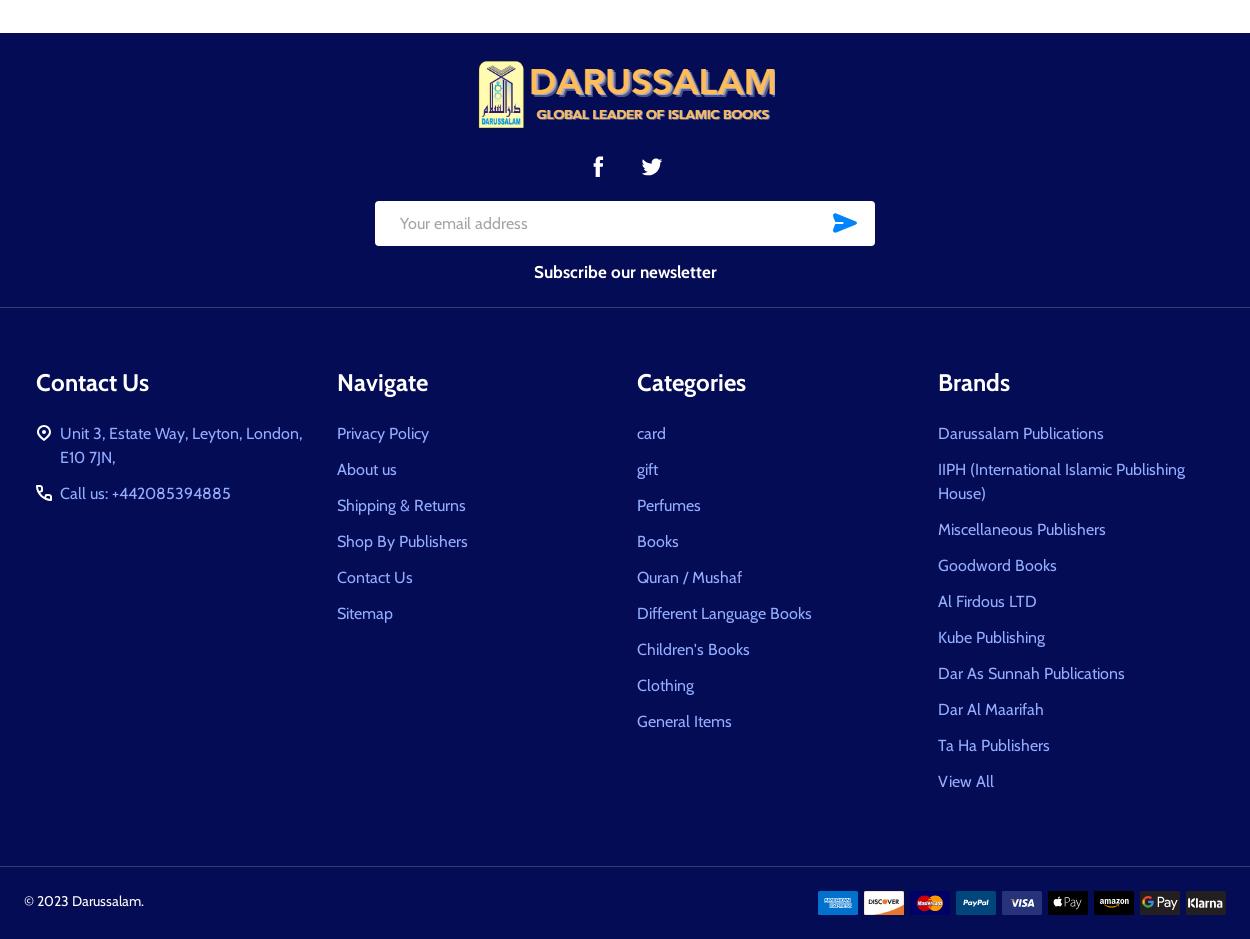  What do you see at coordinates (647, 468) in the screenshot?
I see `'gift'` at bounding box center [647, 468].